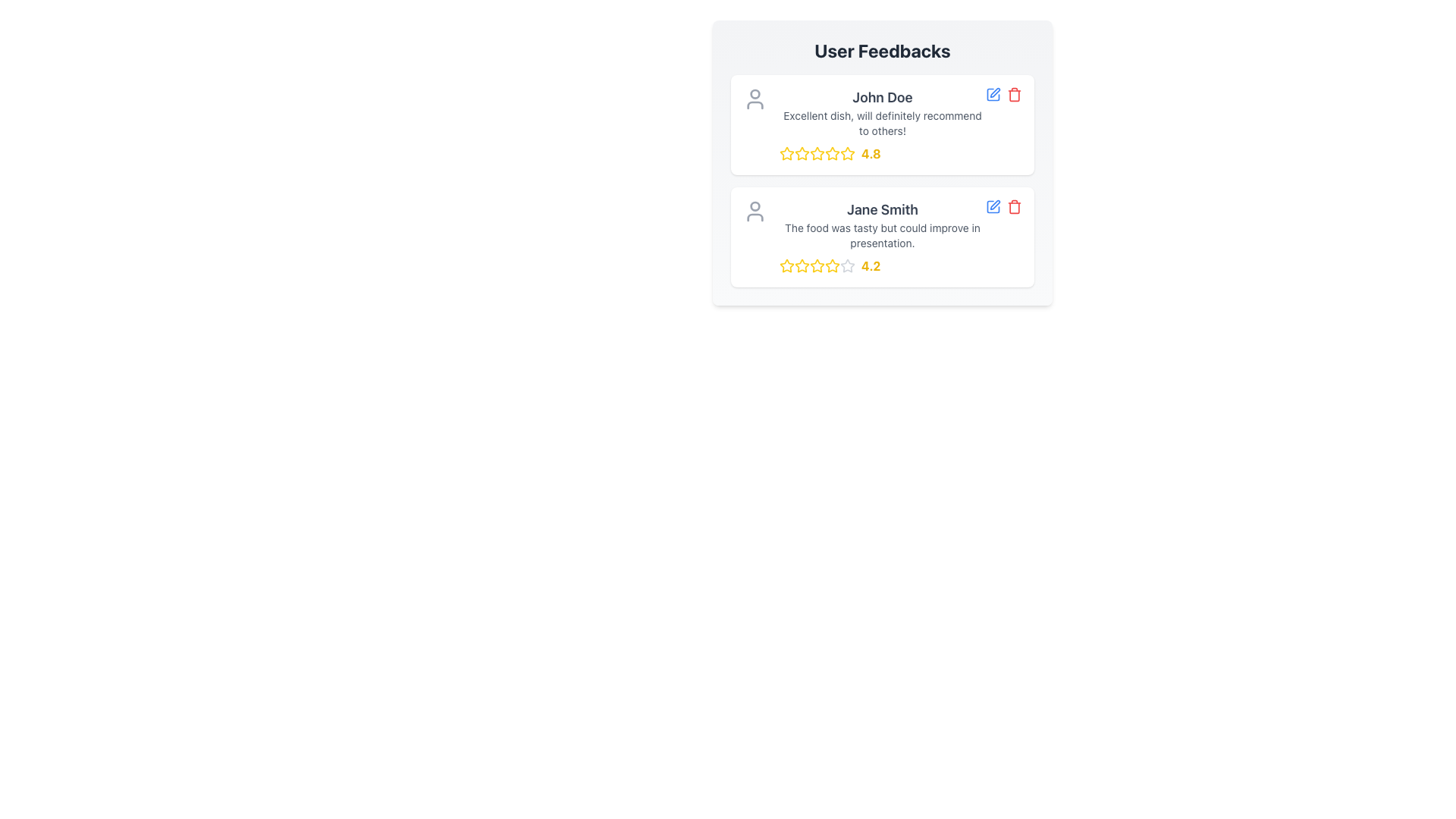  What do you see at coordinates (832, 154) in the screenshot?
I see `the sixth star icon representing the user's rating for John Doe's feedback` at bounding box center [832, 154].